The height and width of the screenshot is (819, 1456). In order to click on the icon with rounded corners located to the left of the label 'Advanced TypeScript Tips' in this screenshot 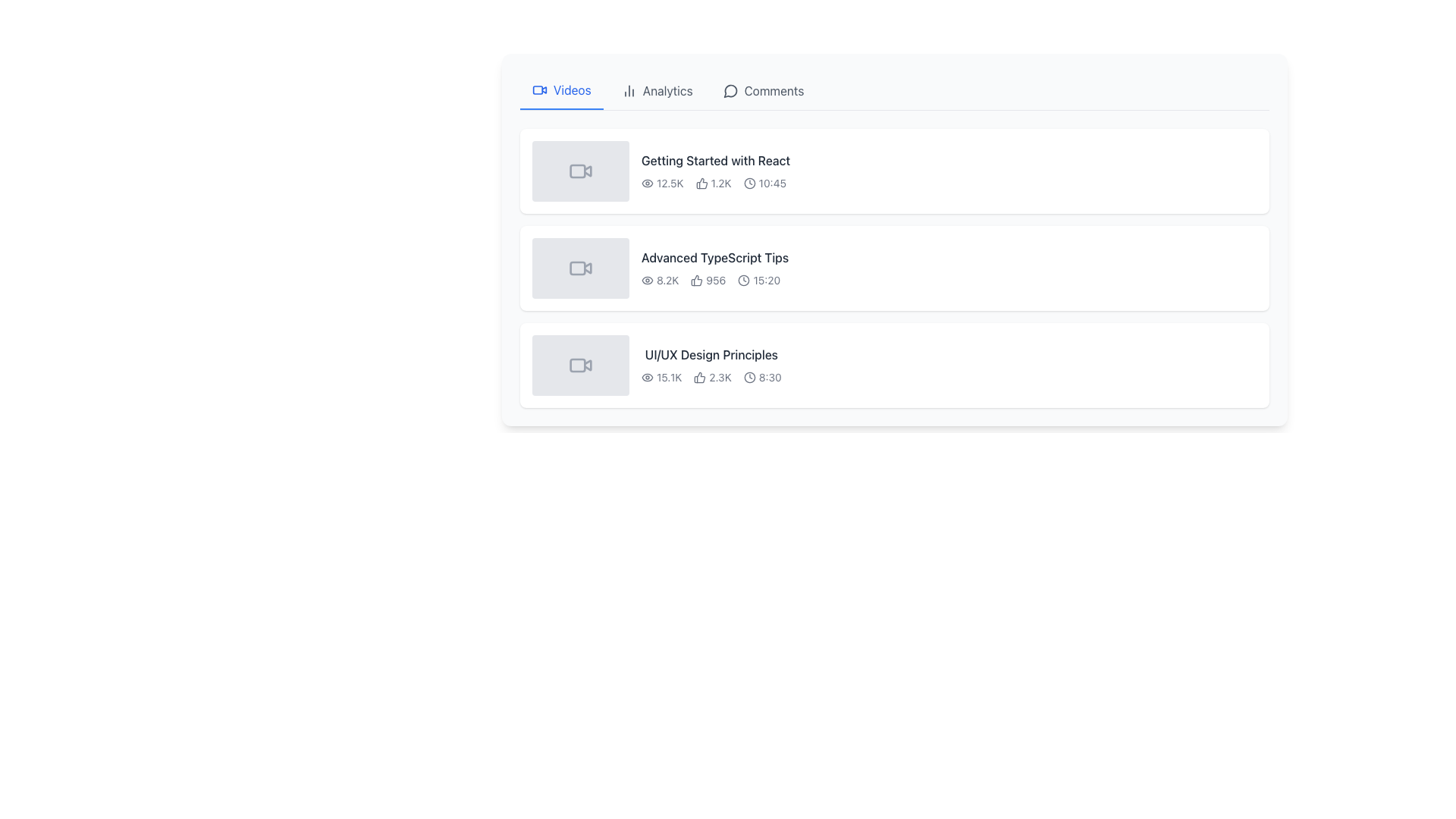, I will do `click(577, 268)`.